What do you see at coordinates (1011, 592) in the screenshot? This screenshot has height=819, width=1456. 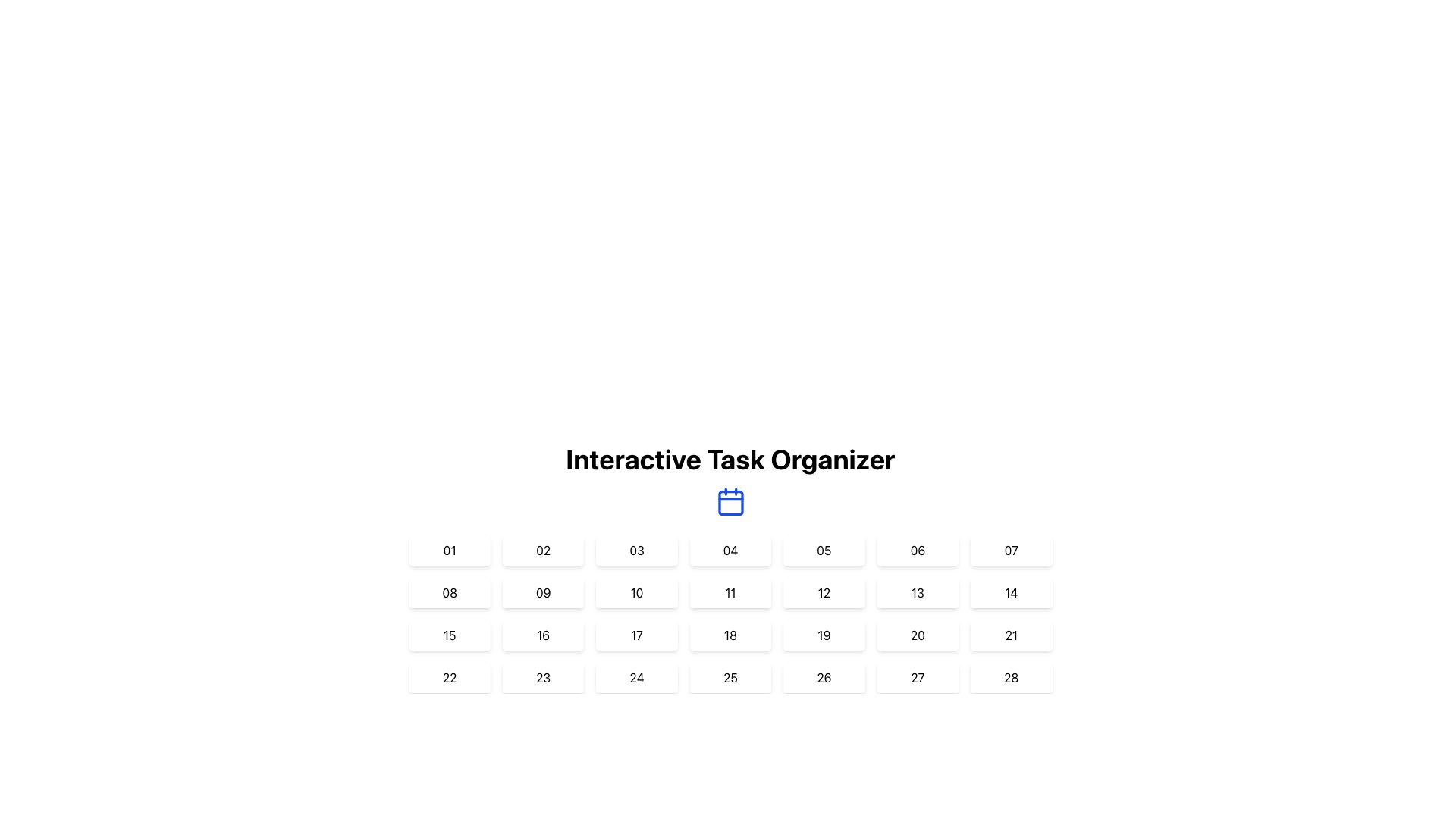 I see `the selectable day button in the calendar grid, which is the seventh element in the second row below the 'Interactive Task Organizer' title` at bounding box center [1011, 592].